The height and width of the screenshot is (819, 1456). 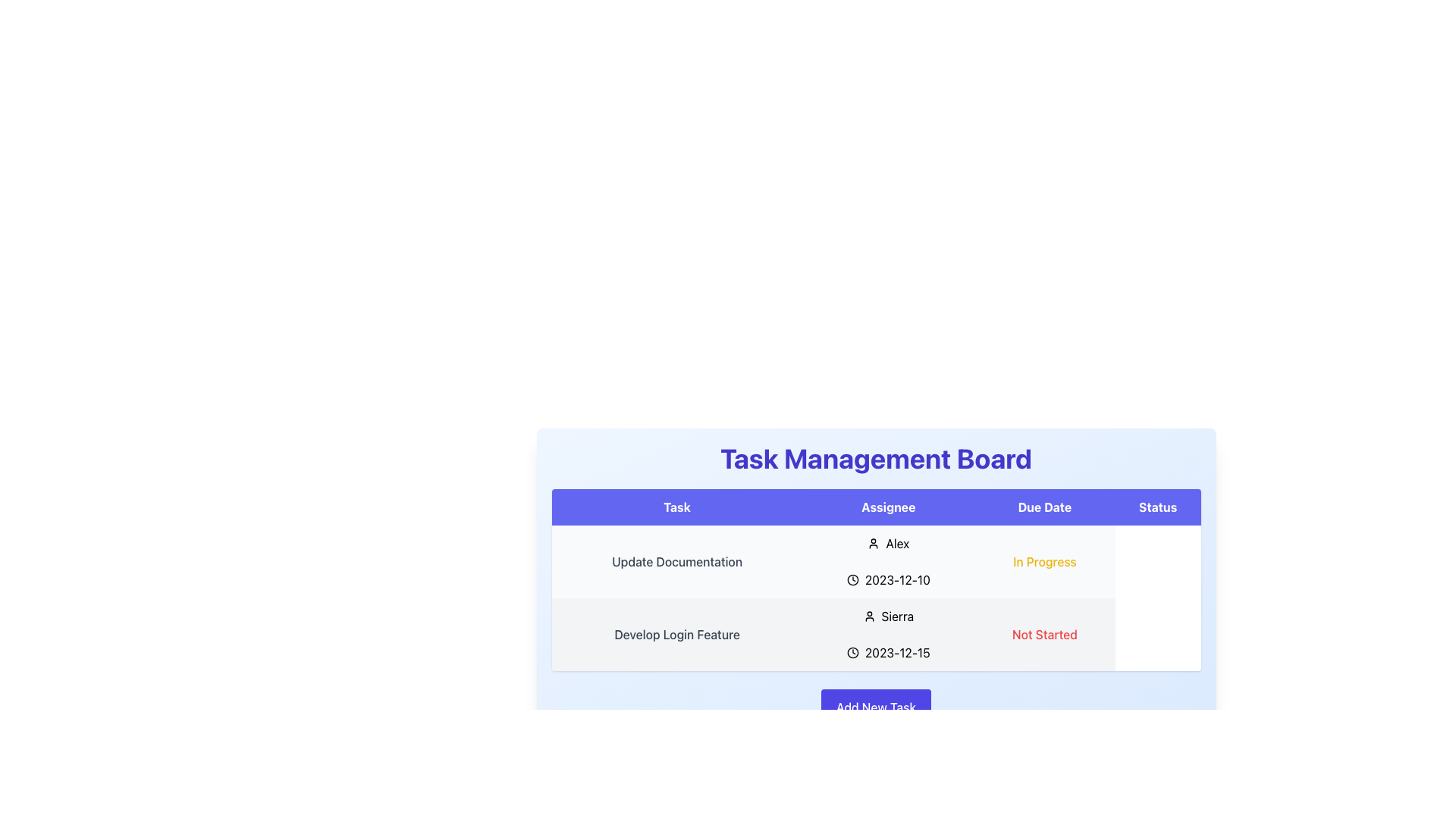 What do you see at coordinates (888, 579) in the screenshot?
I see `the timestamp '2023-12-10' with the clock icon in the task management board, located under the 'Due Date' heading` at bounding box center [888, 579].